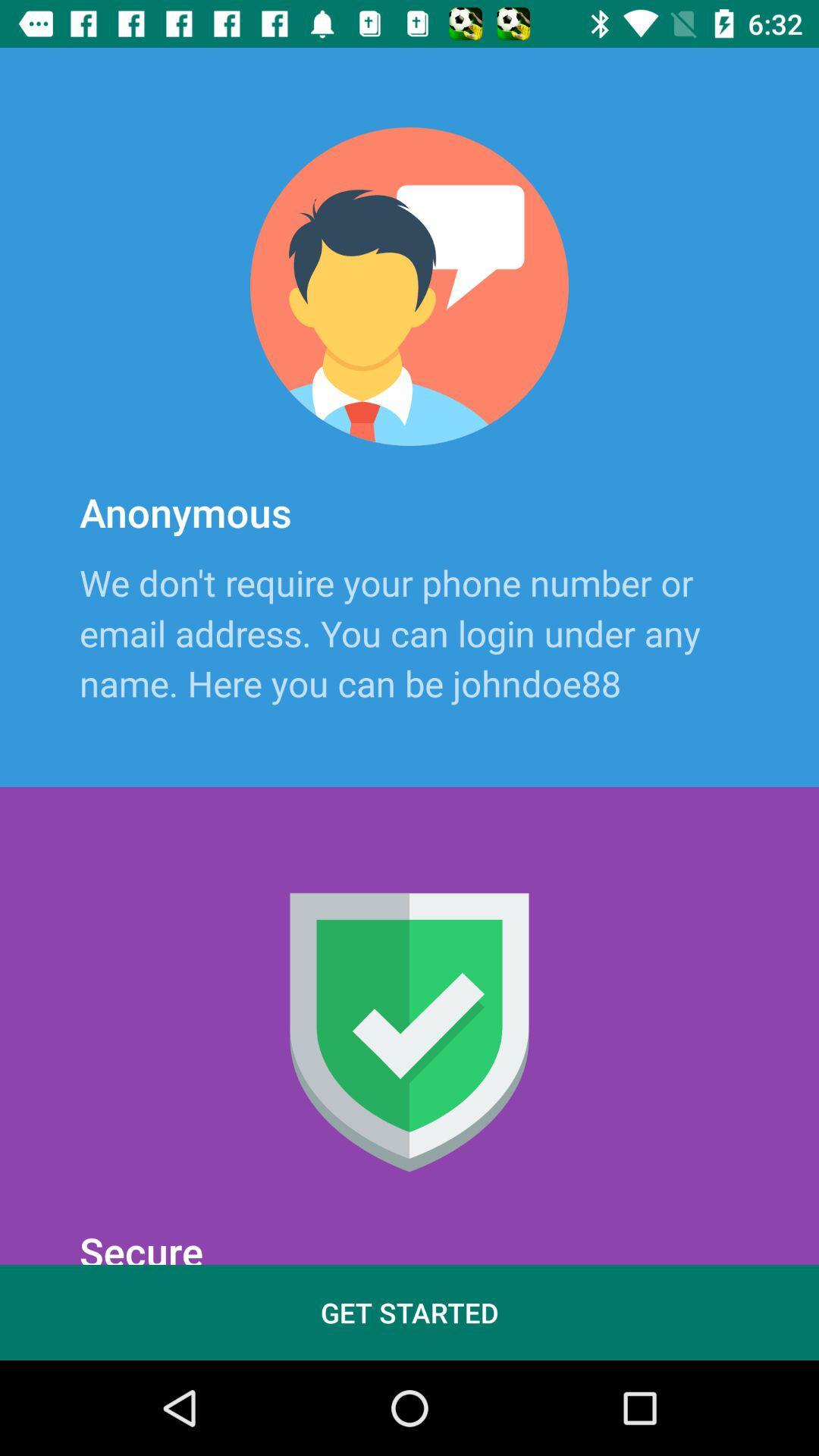  I want to click on item below the secure, so click(409, 1312).